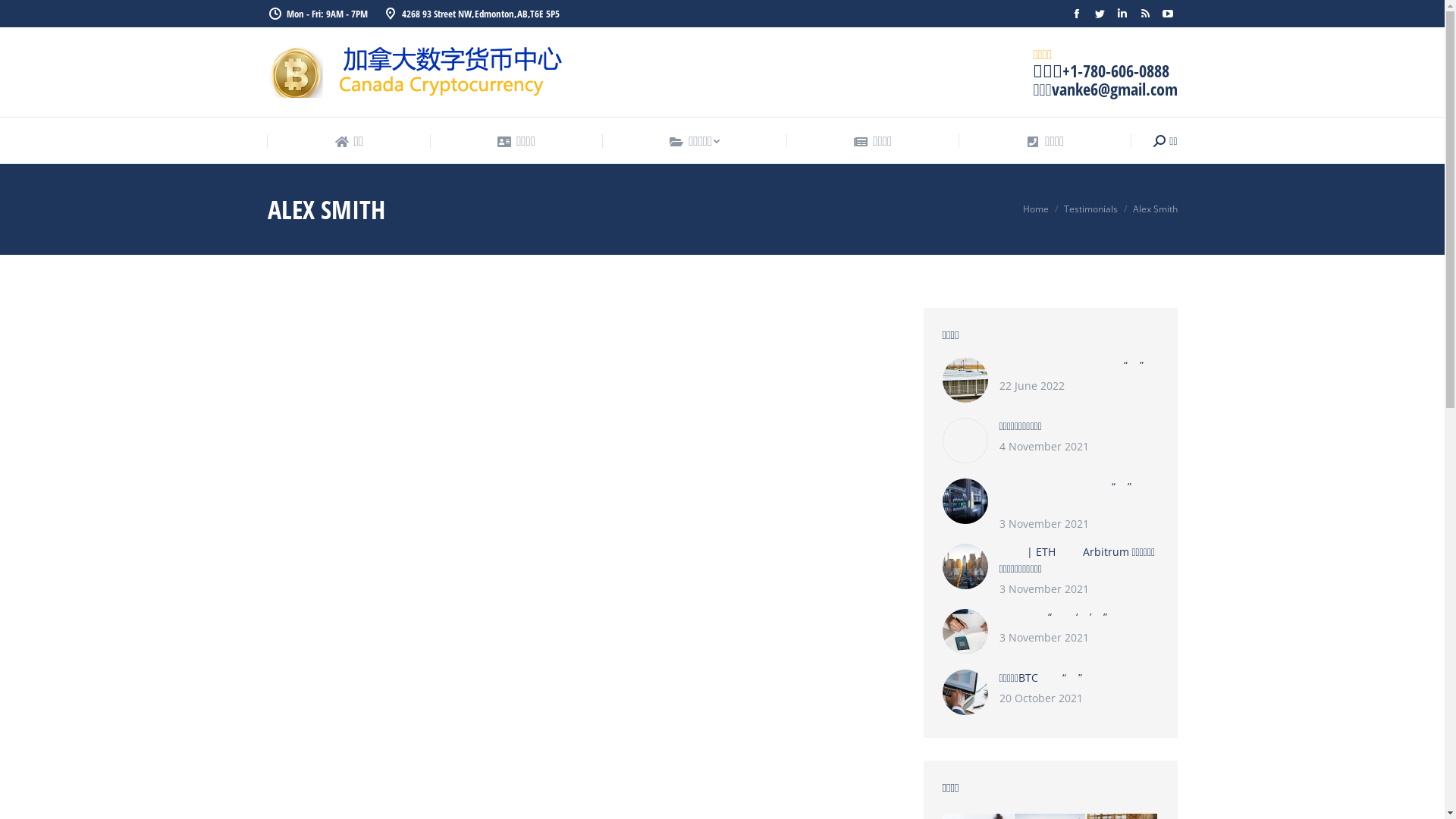  Describe the element at coordinates (1075, 14) in the screenshot. I see `'Facebook page opens in new window'` at that location.